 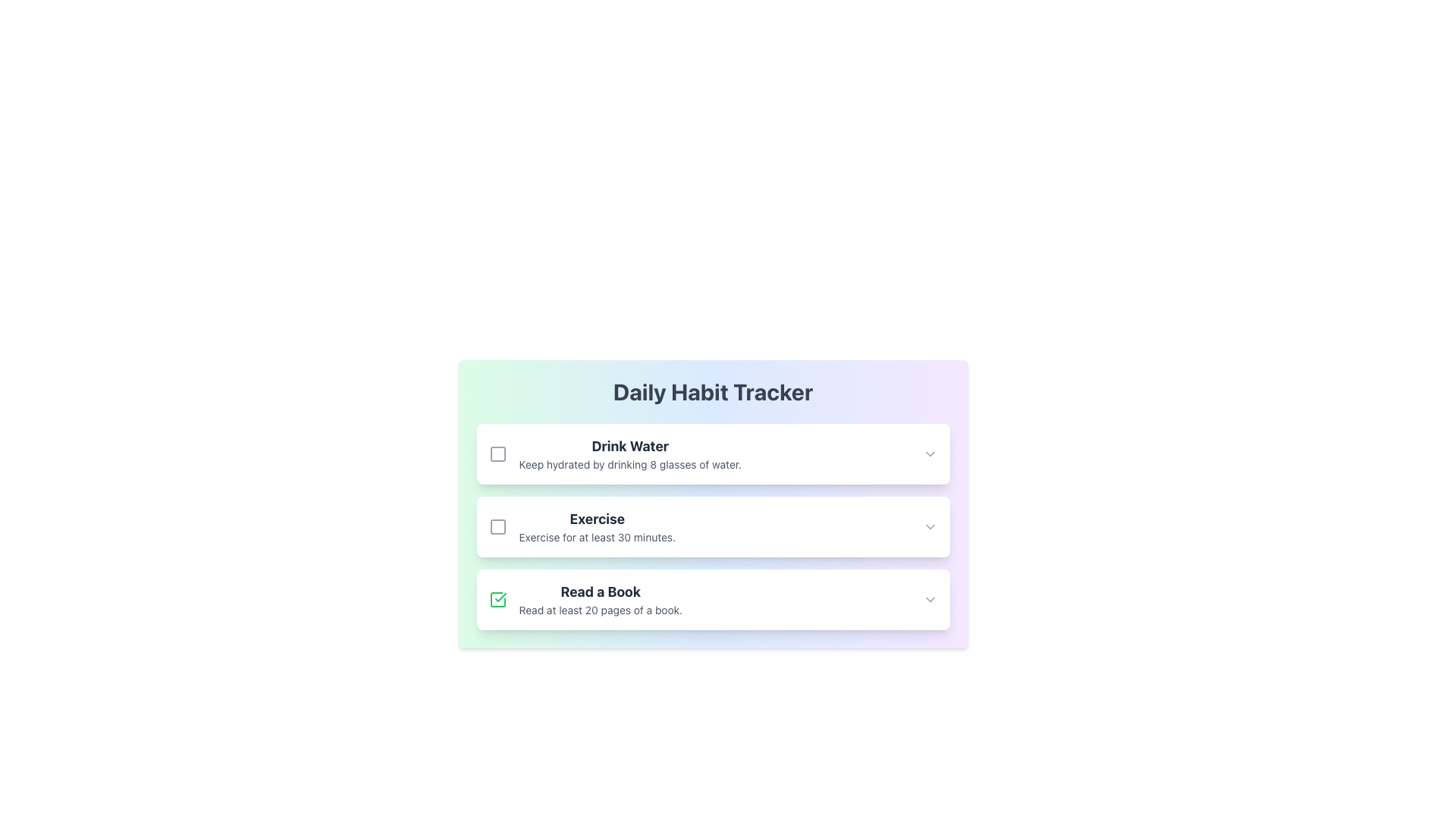 I want to click on the gray square icon with a thin border located on the left side of the 'Drink Water' habit description in the habit tracking card, so click(x=497, y=453).